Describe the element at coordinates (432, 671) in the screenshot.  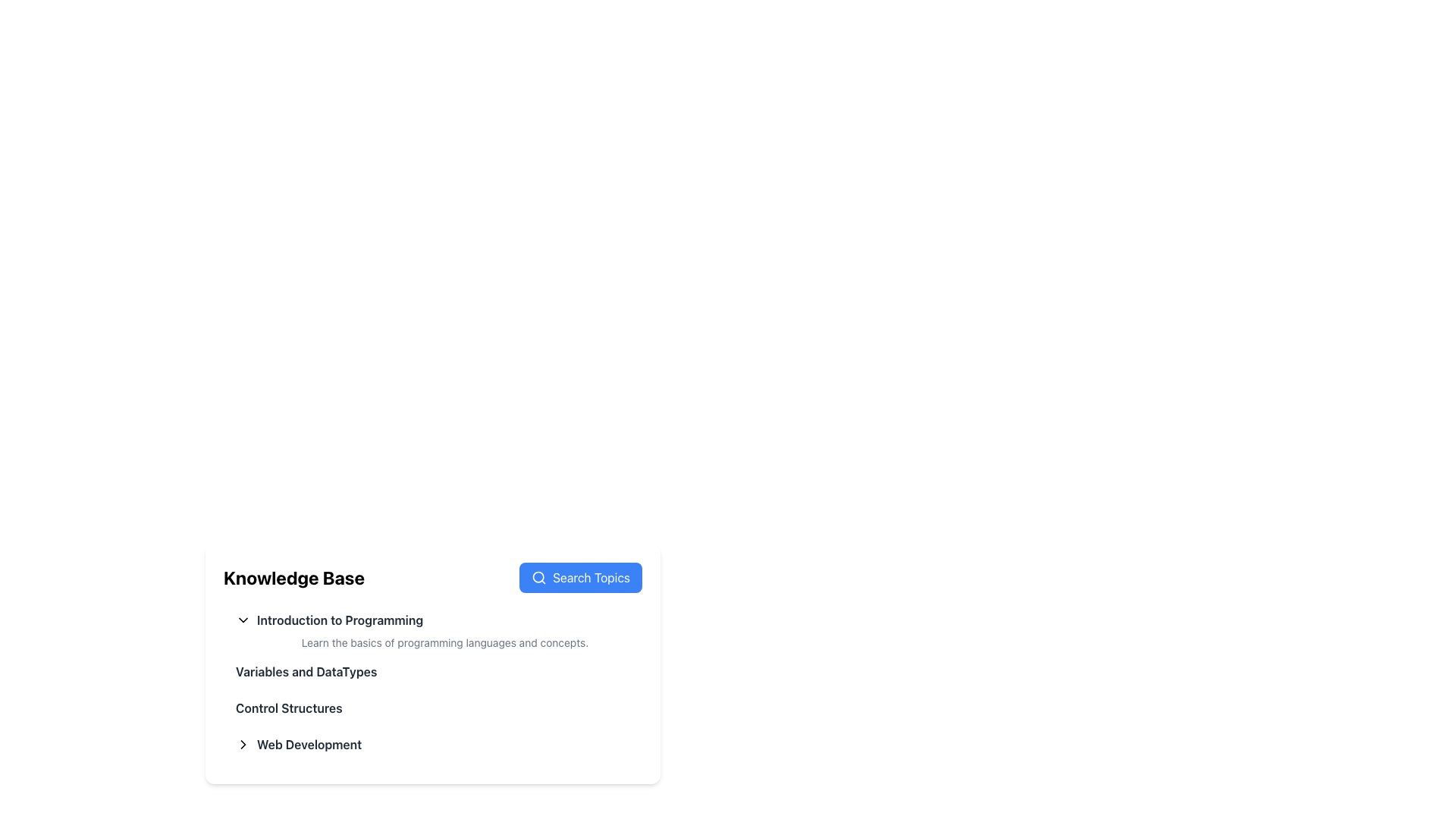
I see `the list item displaying 'Variables and DataTypes' in the 'Knowledge Base' section` at that location.